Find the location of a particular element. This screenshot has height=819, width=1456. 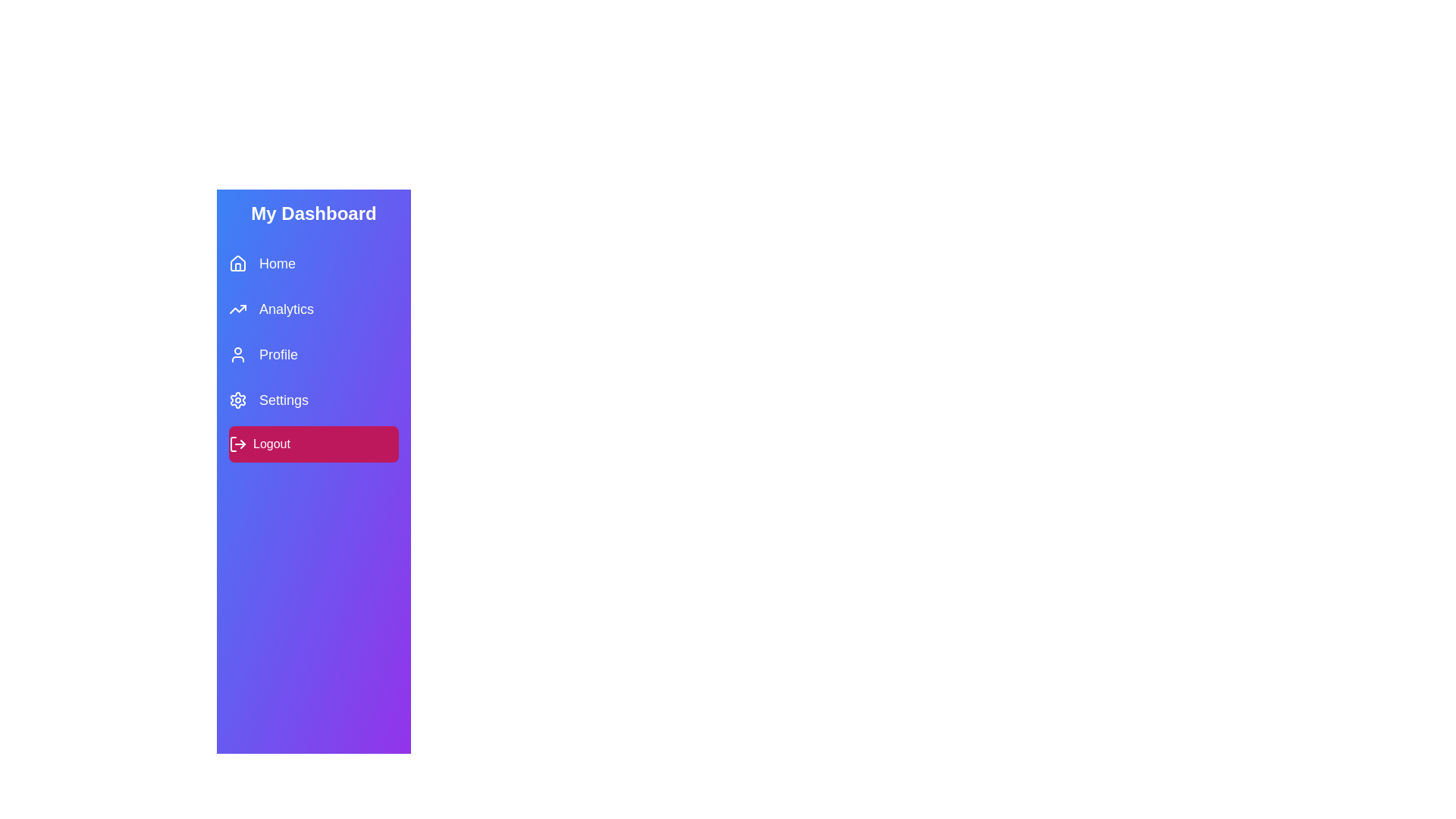

the navigation button located third in the vertically stacked menu, which leads to the user profile page is located at coordinates (312, 354).